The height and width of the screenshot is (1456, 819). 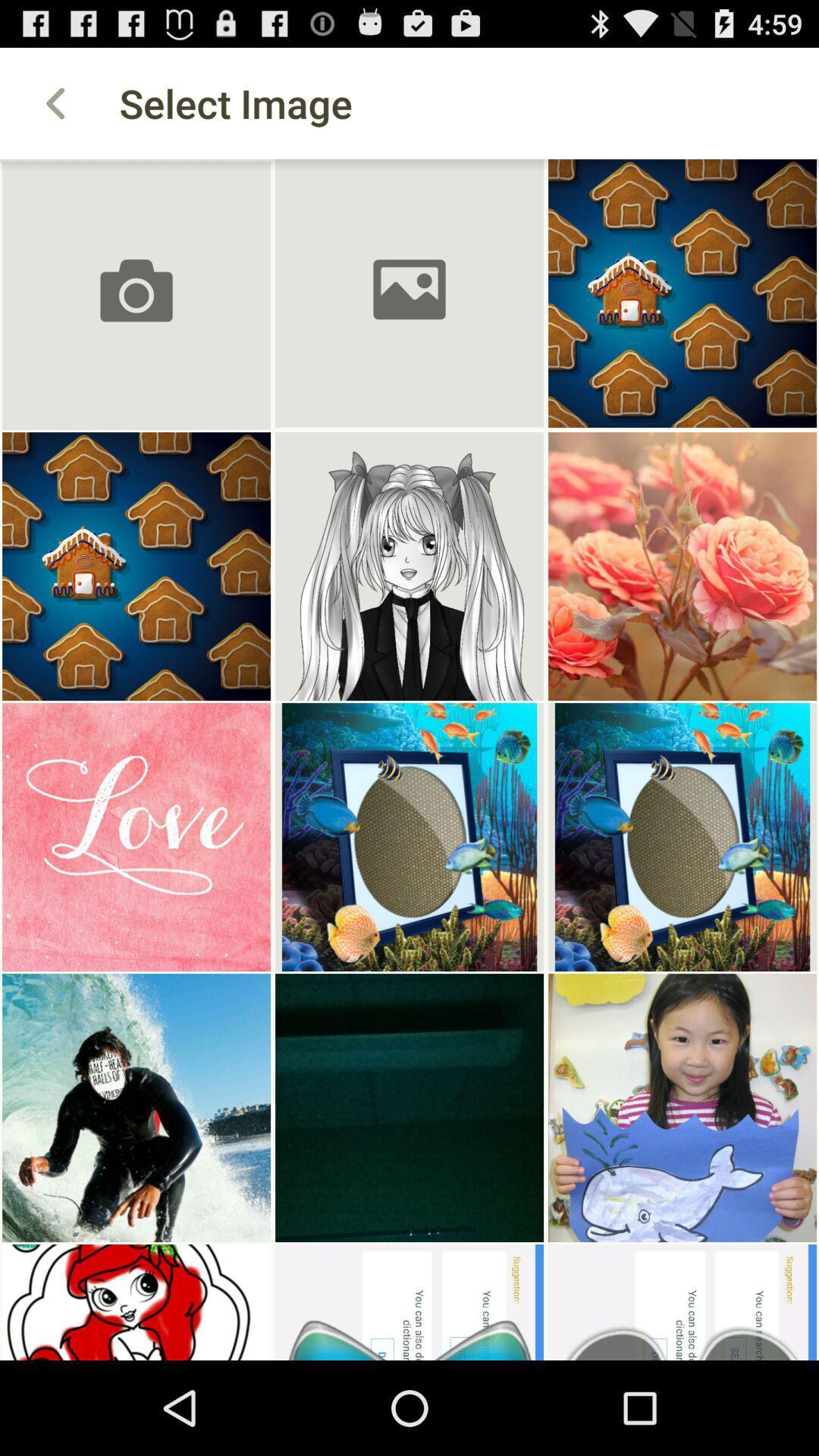 What do you see at coordinates (55, 102) in the screenshot?
I see `the icon next to the select image` at bounding box center [55, 102].